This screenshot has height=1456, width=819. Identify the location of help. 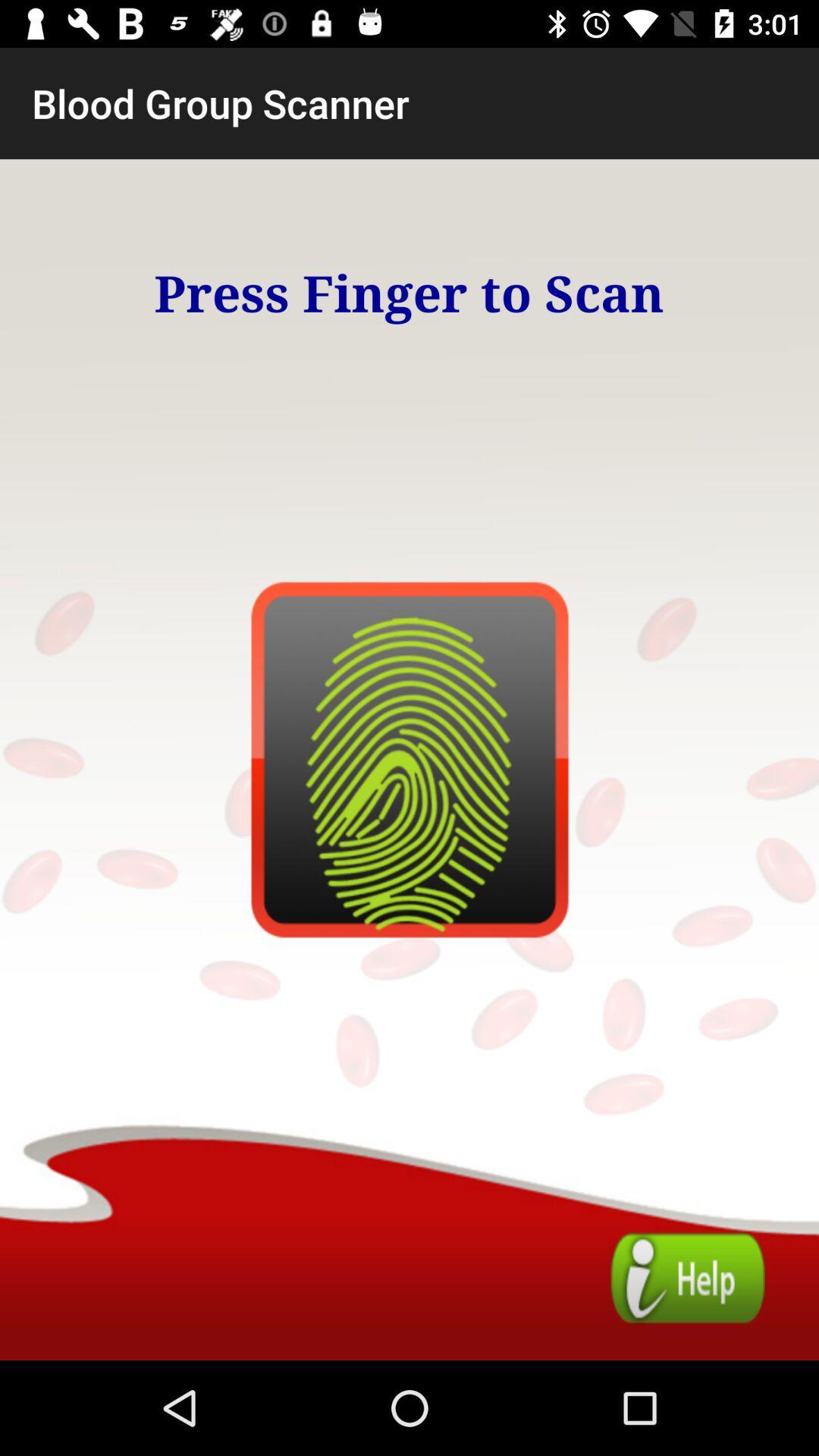
(688, 1277).